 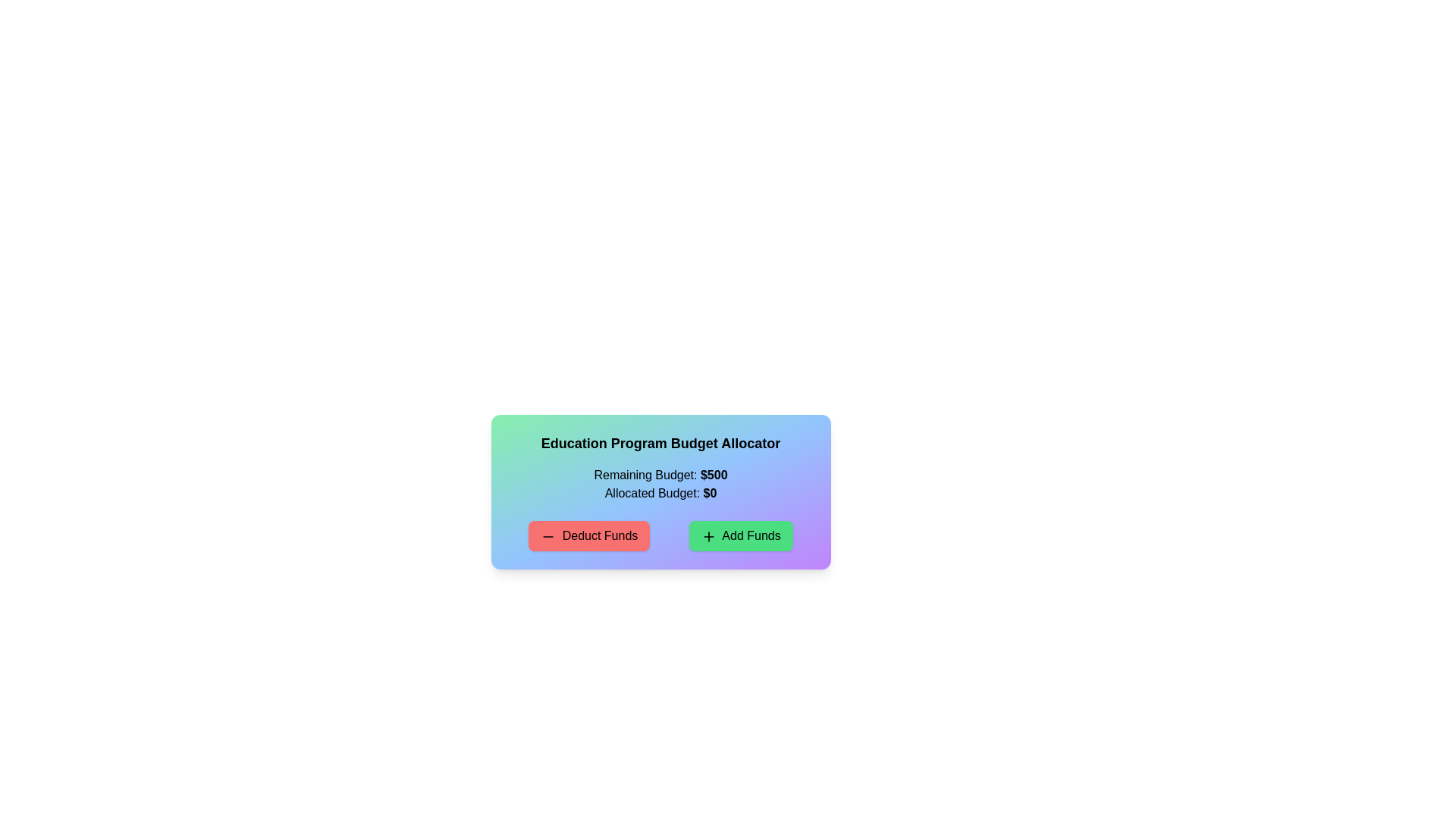 I want to click on the 'Deduct Funds' button which is a rectangular button with a red background, featuring black text and a minus icon, located in the bottom section of the interface, so click(x=588, y=535).